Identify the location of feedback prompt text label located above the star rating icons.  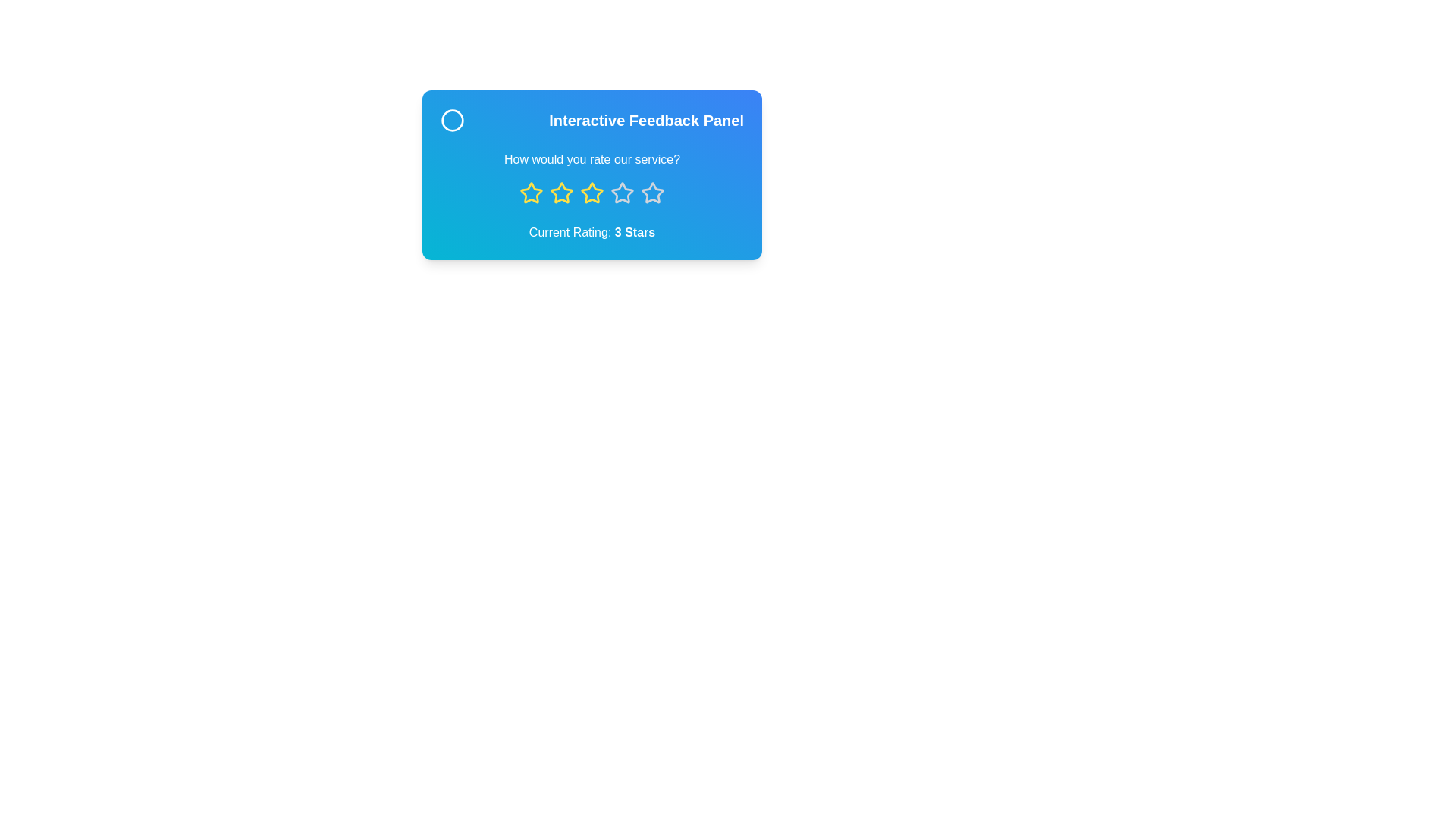
(591, 160).